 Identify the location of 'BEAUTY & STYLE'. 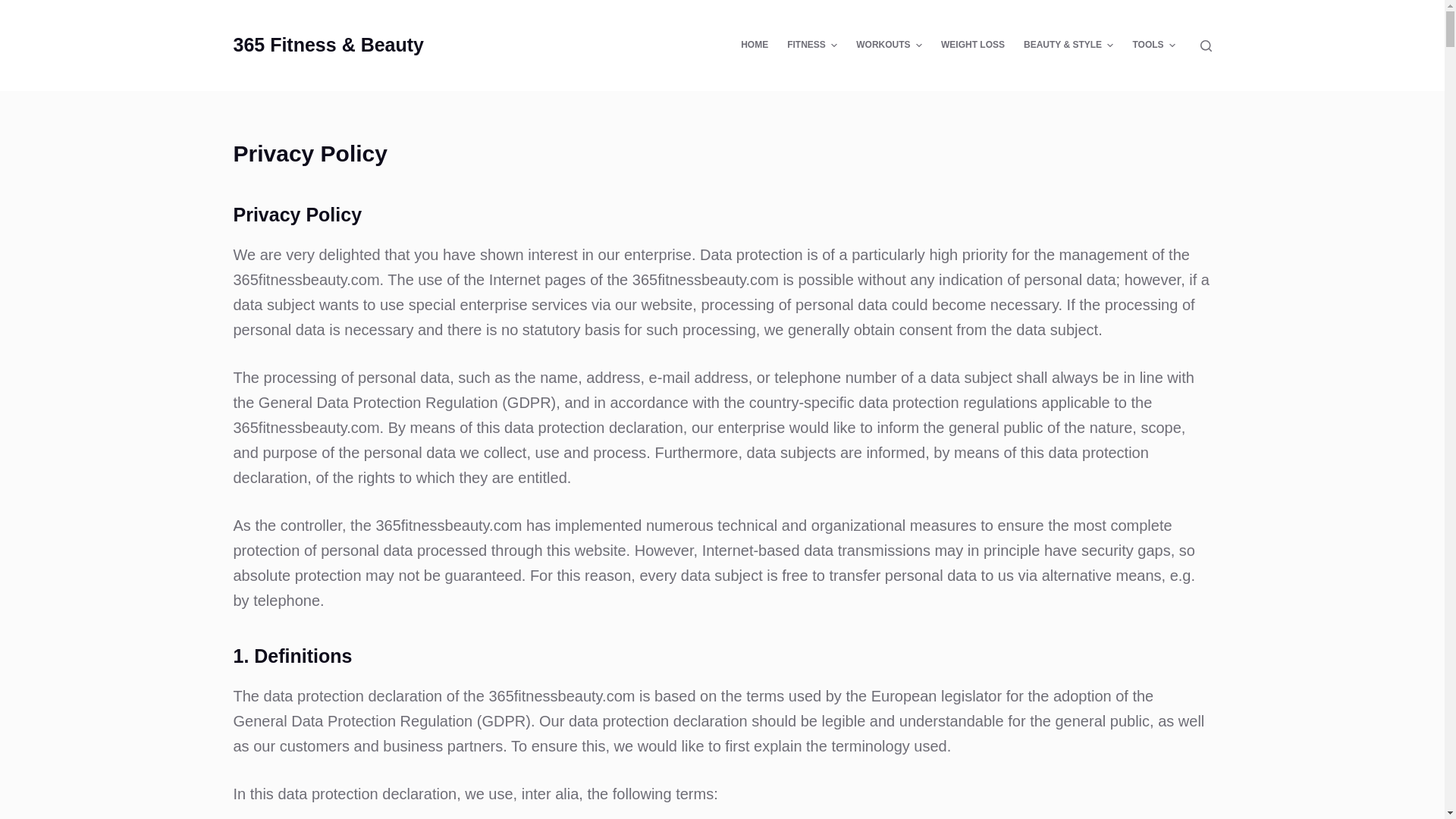
(1068, 45).